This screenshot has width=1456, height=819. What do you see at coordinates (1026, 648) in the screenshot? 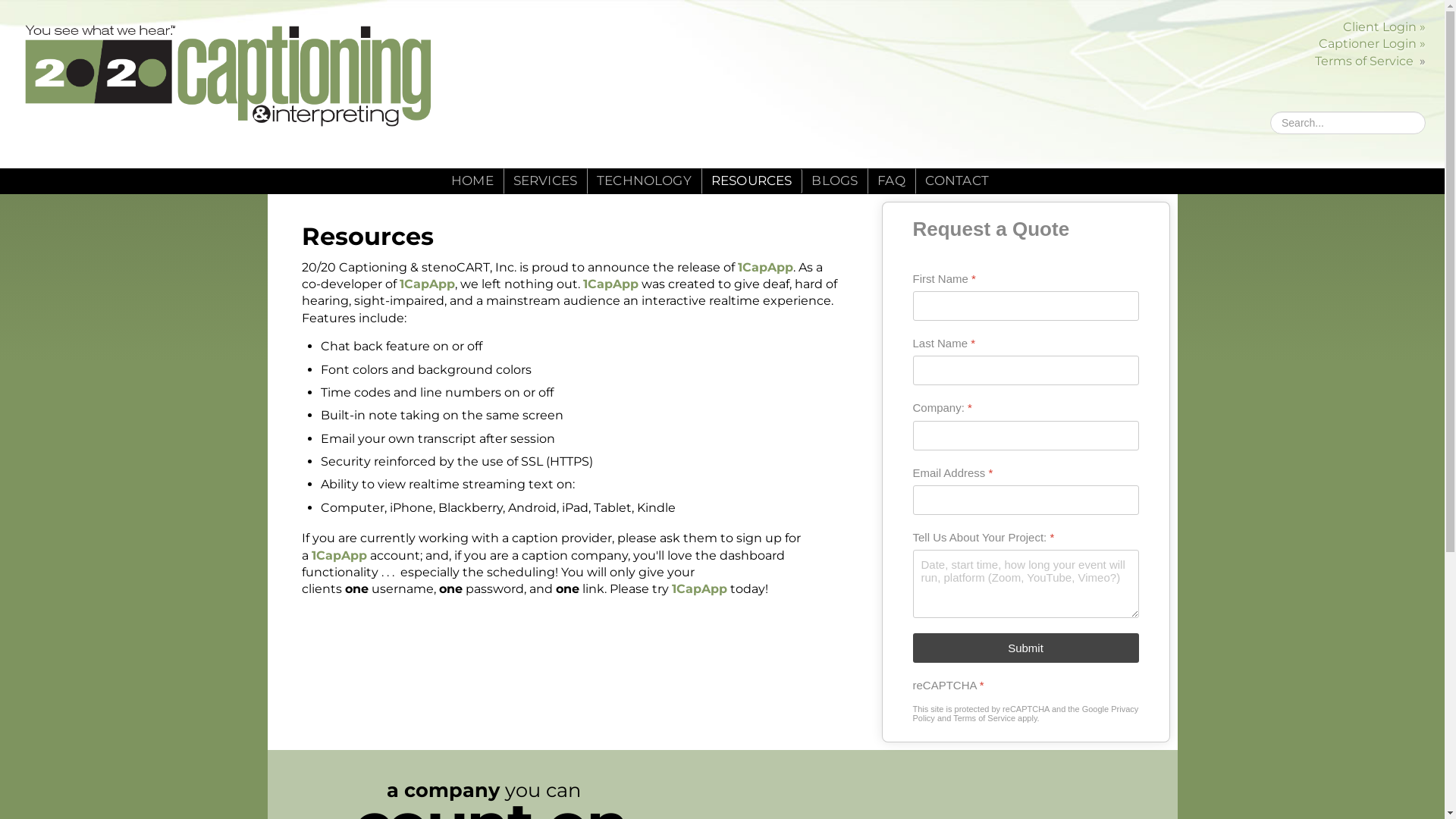
I see `'Submit'` at bounding box center [1026, 648].